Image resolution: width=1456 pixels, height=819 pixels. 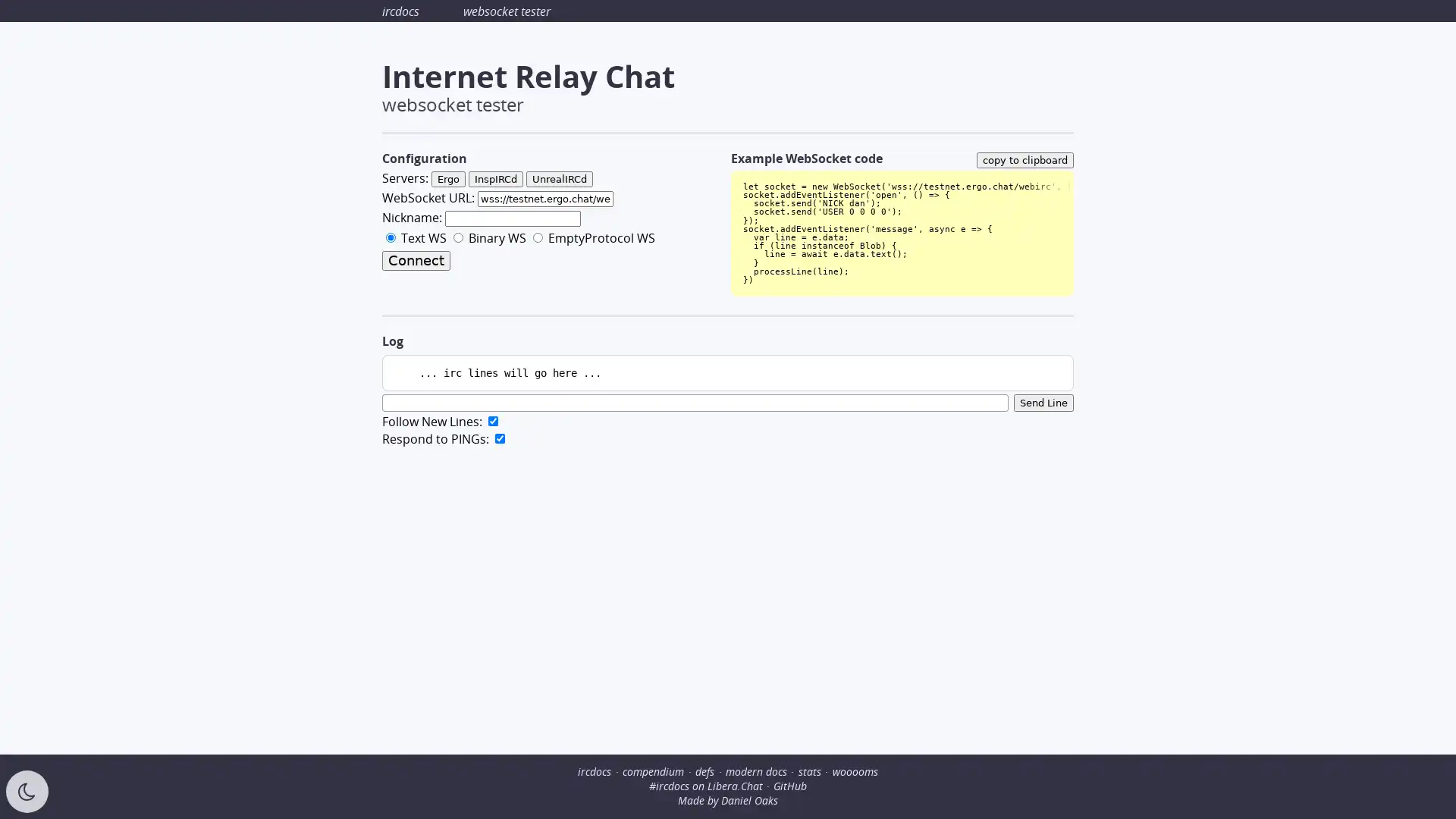 What do you see at coordinates (559, 178) in the screenshot?
I see `UnrealIRCd` at bounding box center [559, 178].